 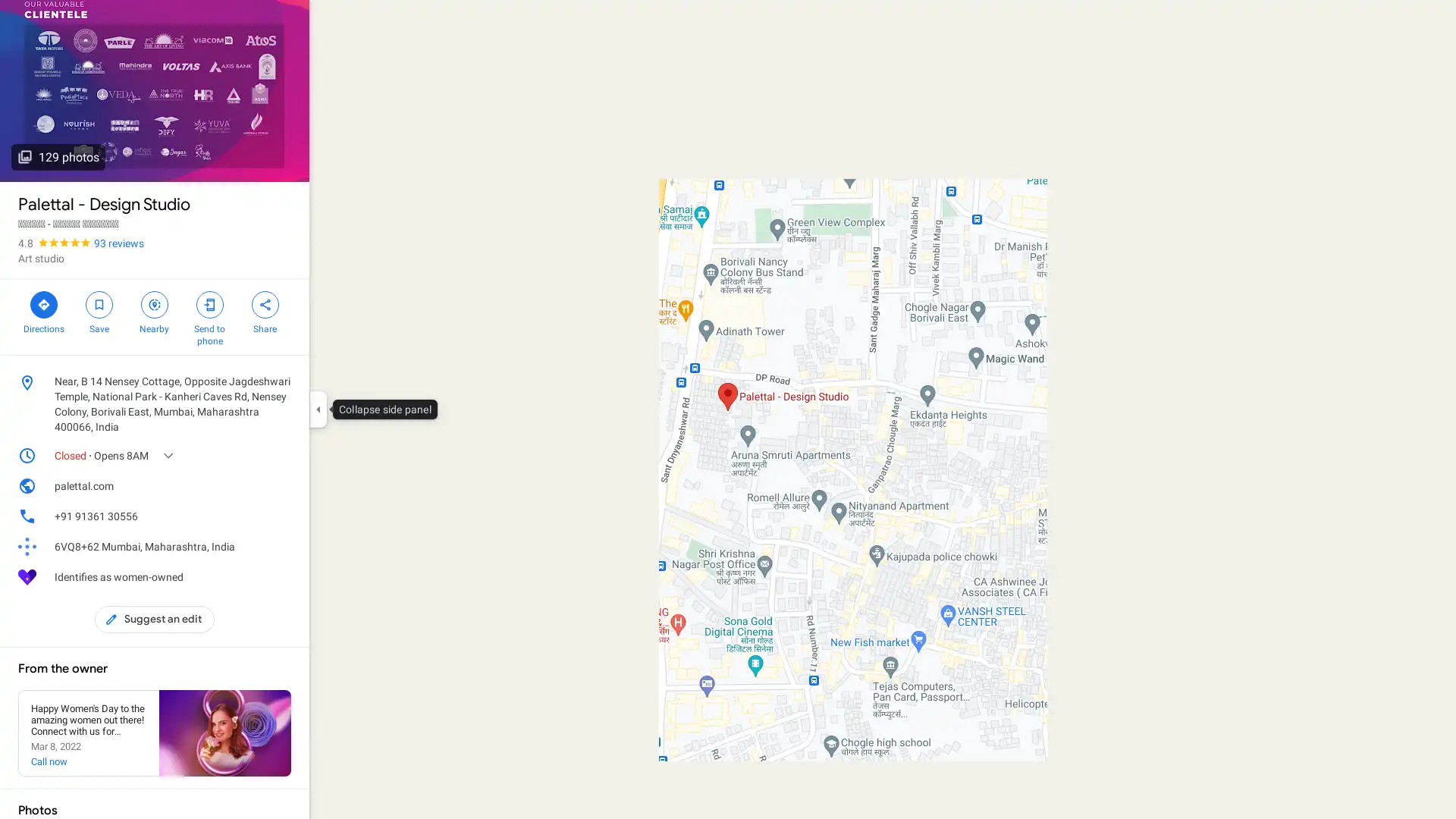 What do you see at coordinates (284, 485) in the screenshot?
I see `Copy website` at bounding box center [284, 485].